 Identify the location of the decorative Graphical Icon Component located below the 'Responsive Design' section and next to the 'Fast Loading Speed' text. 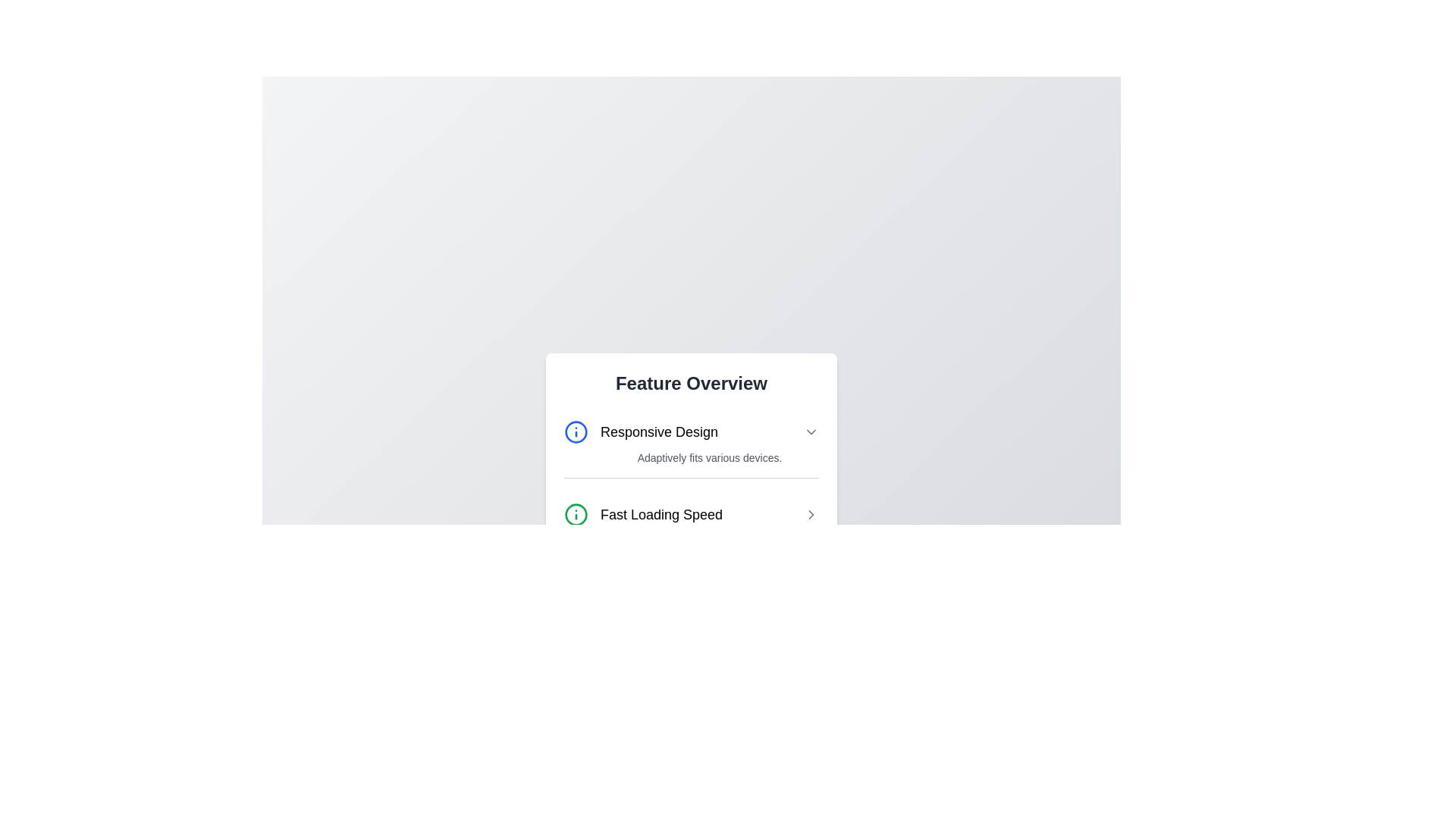
(575, 513).